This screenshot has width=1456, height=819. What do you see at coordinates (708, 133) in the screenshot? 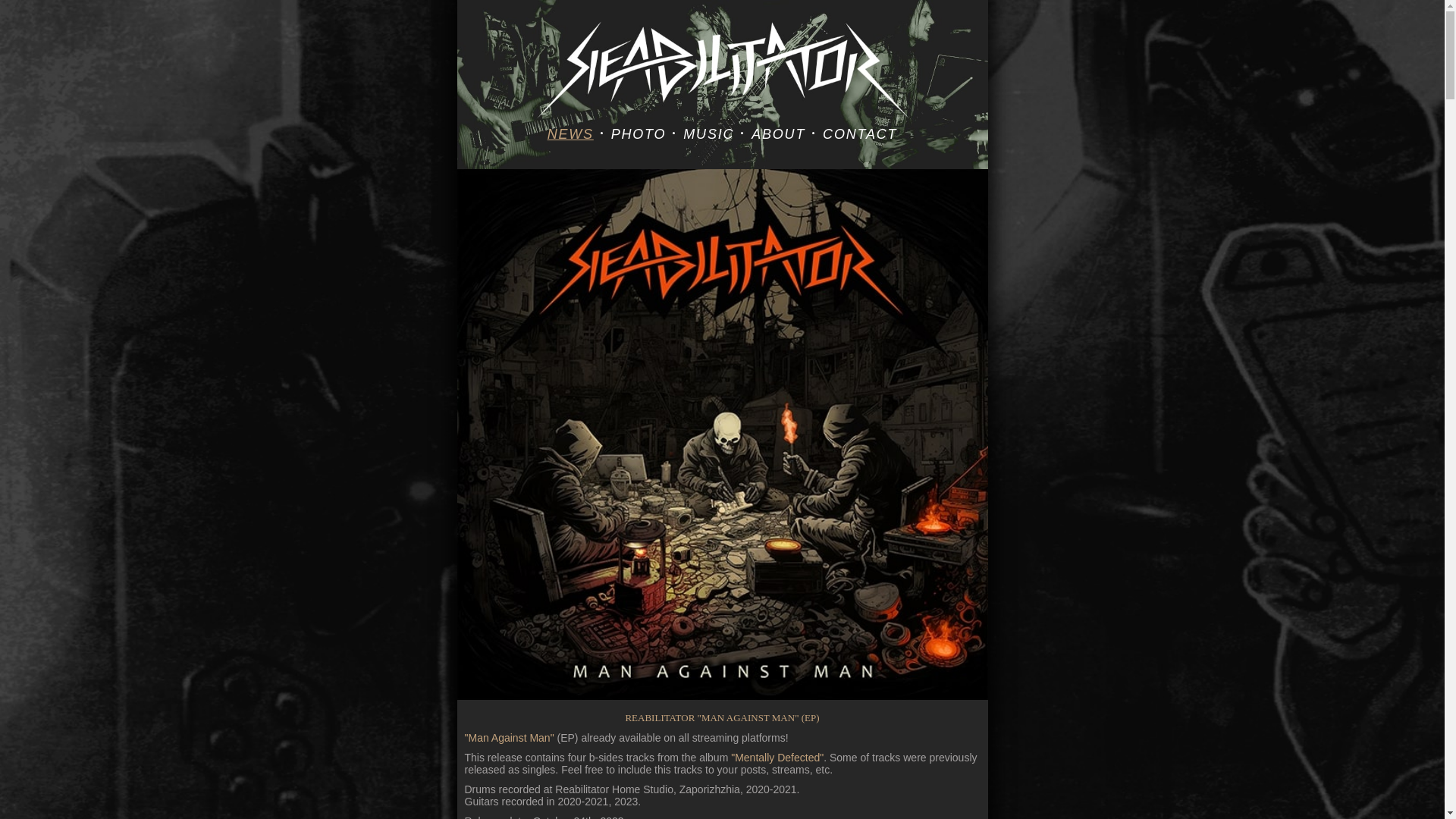
I see `'MUSIC'` at bounding box center [708, 133].